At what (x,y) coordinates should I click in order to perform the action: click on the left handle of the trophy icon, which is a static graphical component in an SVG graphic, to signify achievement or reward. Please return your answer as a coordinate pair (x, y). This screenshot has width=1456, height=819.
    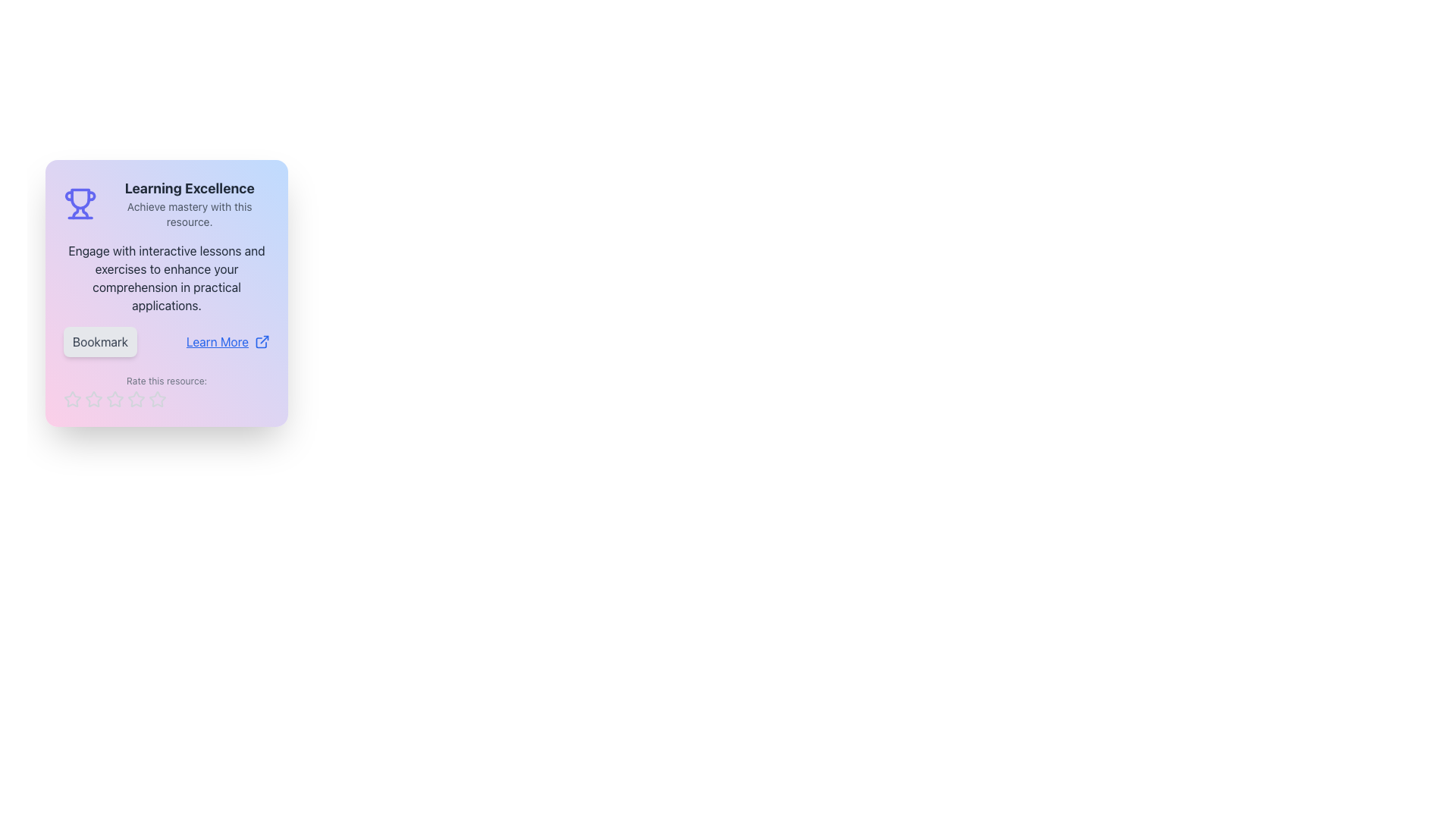
    Looking at the image, I should click on (68, 195).